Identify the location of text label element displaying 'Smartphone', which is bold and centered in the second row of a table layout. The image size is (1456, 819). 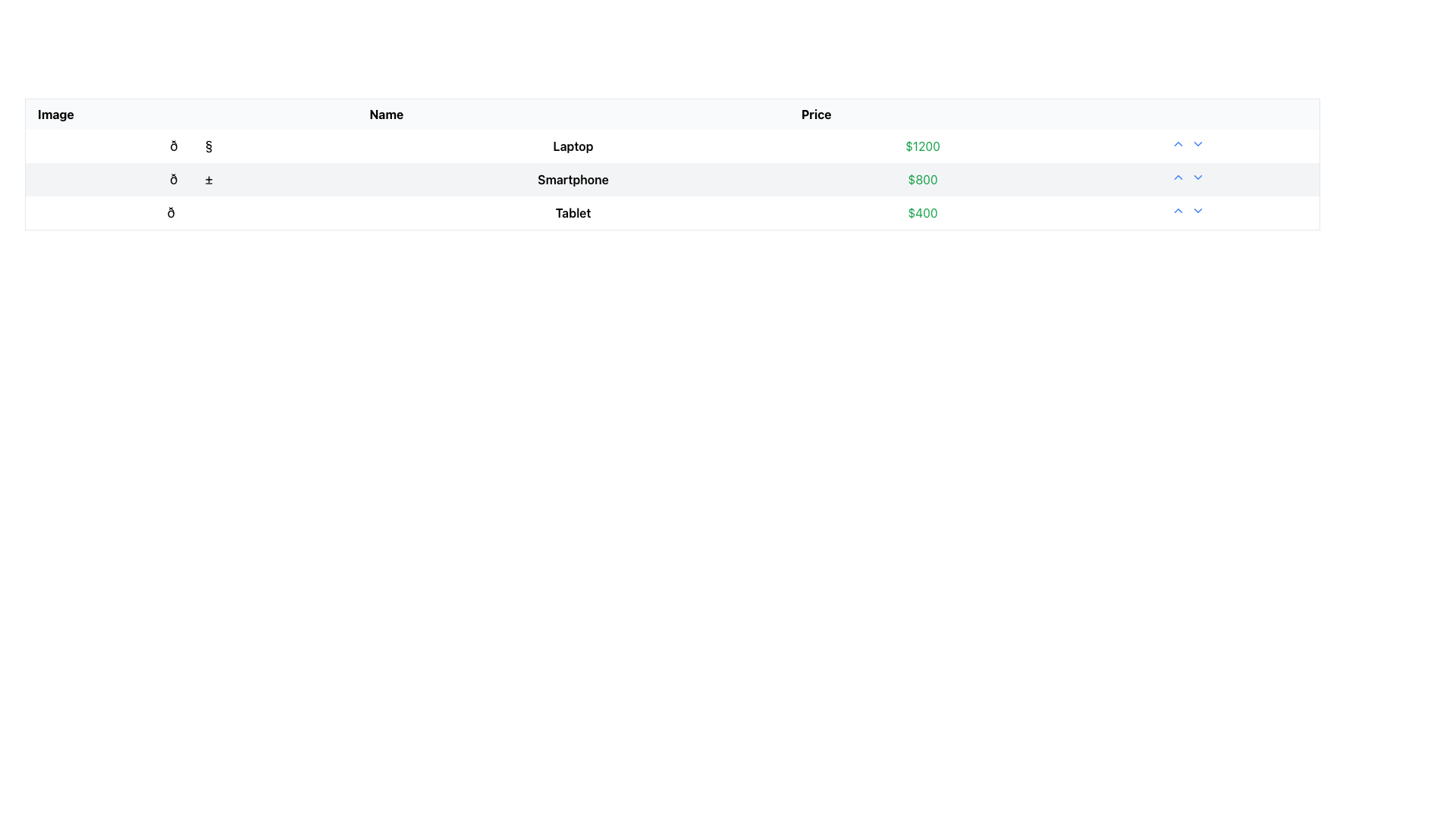
(573, 178).